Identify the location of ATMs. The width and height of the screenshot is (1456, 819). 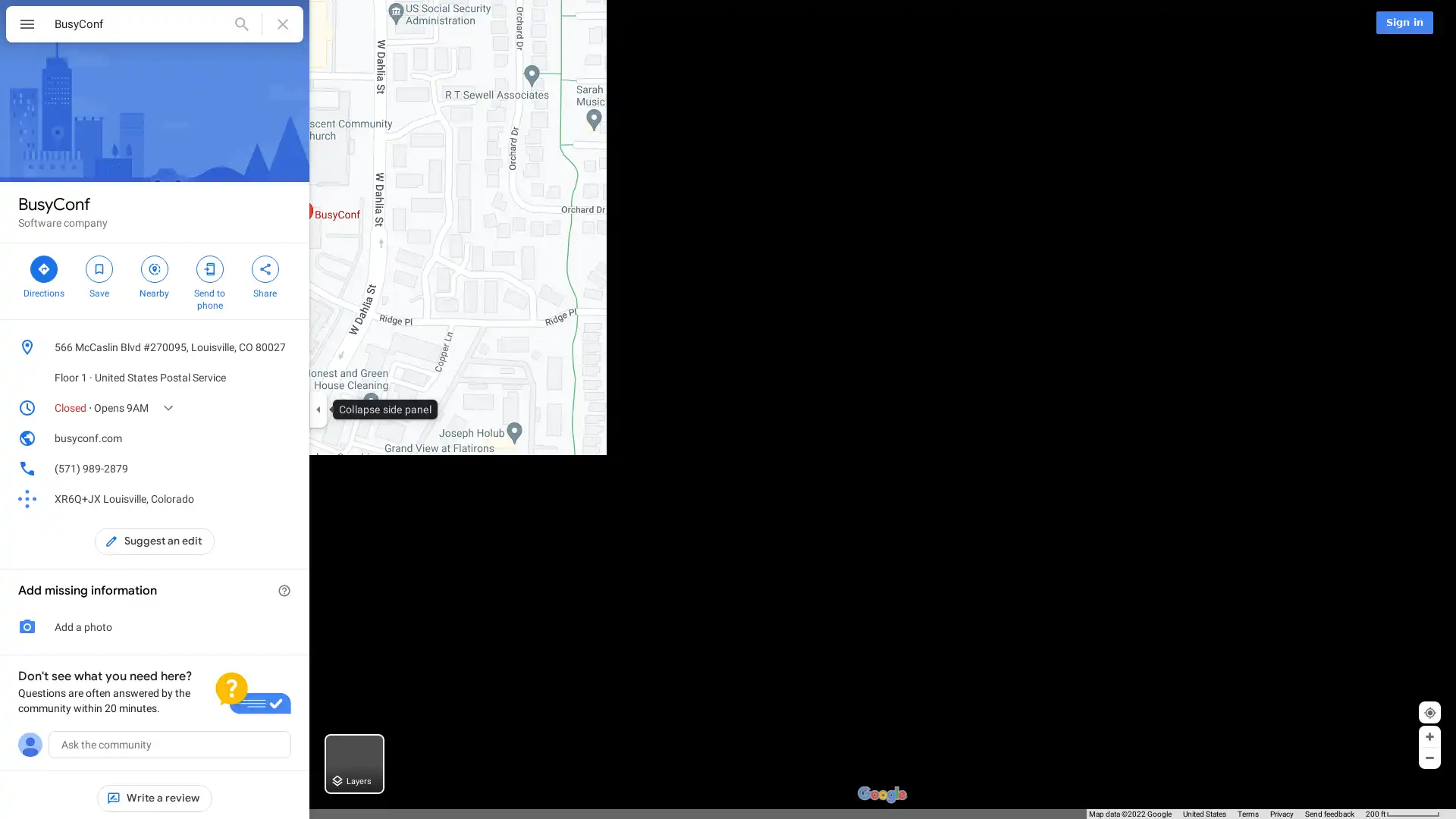
(859, 24).